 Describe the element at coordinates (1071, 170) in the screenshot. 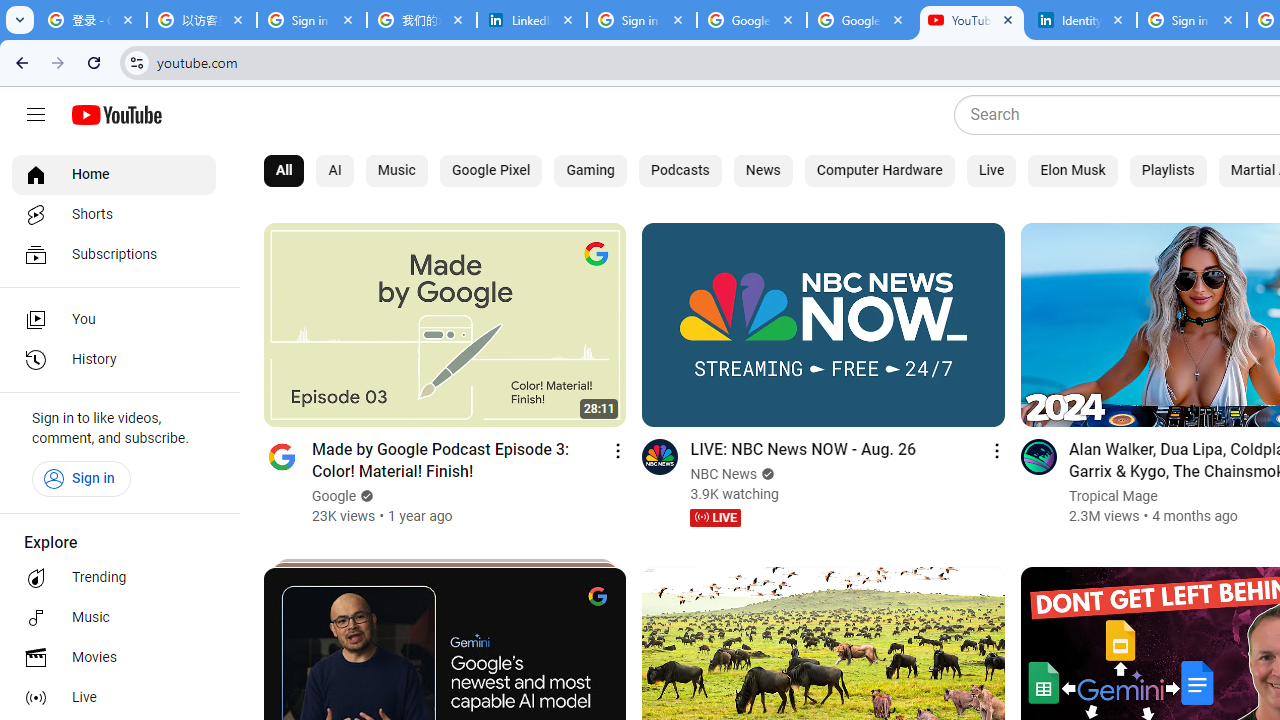

I see `'Elon Musk'` at that location.